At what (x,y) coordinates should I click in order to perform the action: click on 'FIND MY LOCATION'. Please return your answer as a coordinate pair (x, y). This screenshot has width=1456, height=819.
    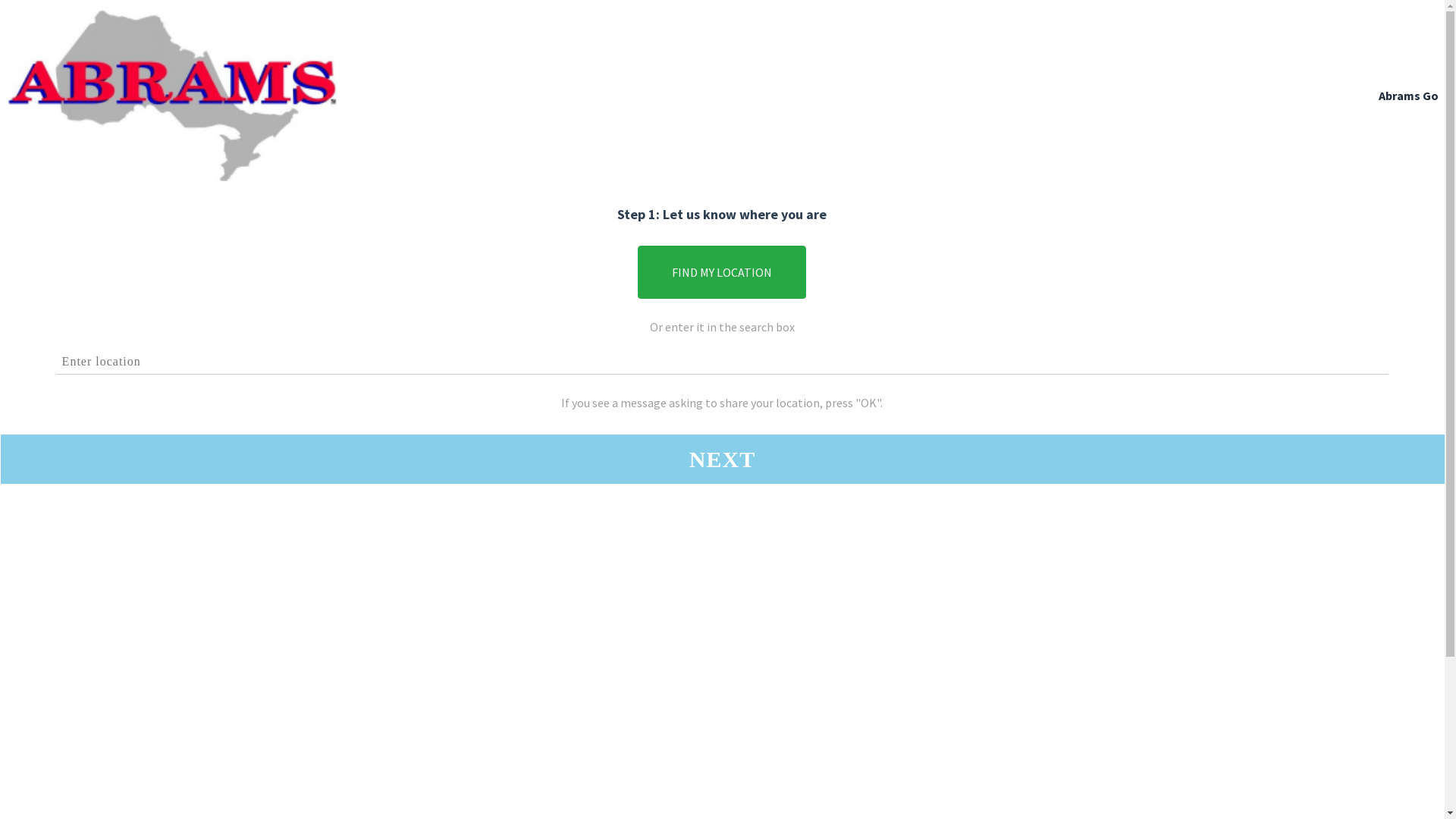
    Looking at the image, I should click on (720, 271).